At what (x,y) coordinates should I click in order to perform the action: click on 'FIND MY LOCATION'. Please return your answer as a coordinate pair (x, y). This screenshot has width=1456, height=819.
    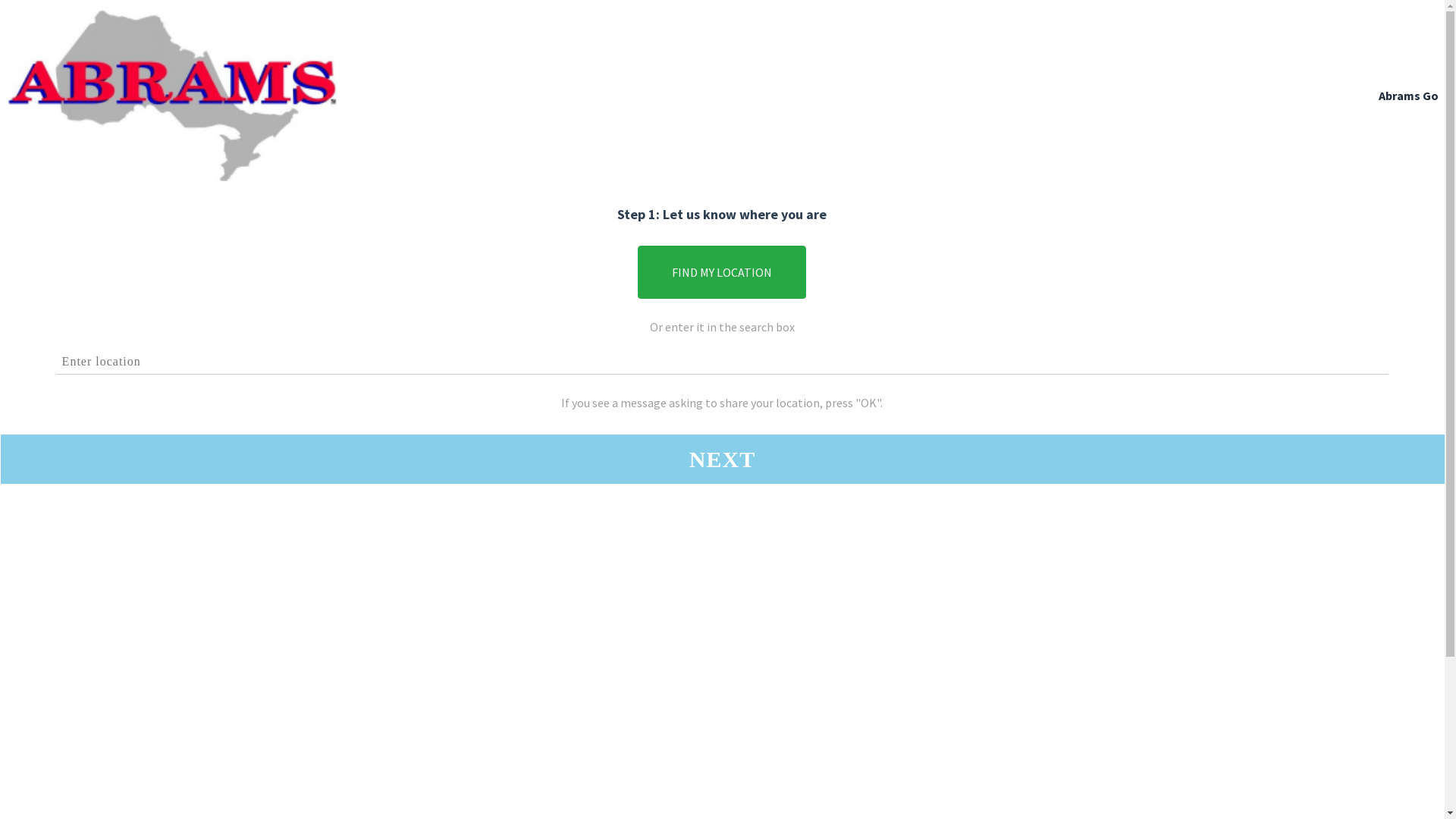
    Looking at the image, I should click on (720, 271).